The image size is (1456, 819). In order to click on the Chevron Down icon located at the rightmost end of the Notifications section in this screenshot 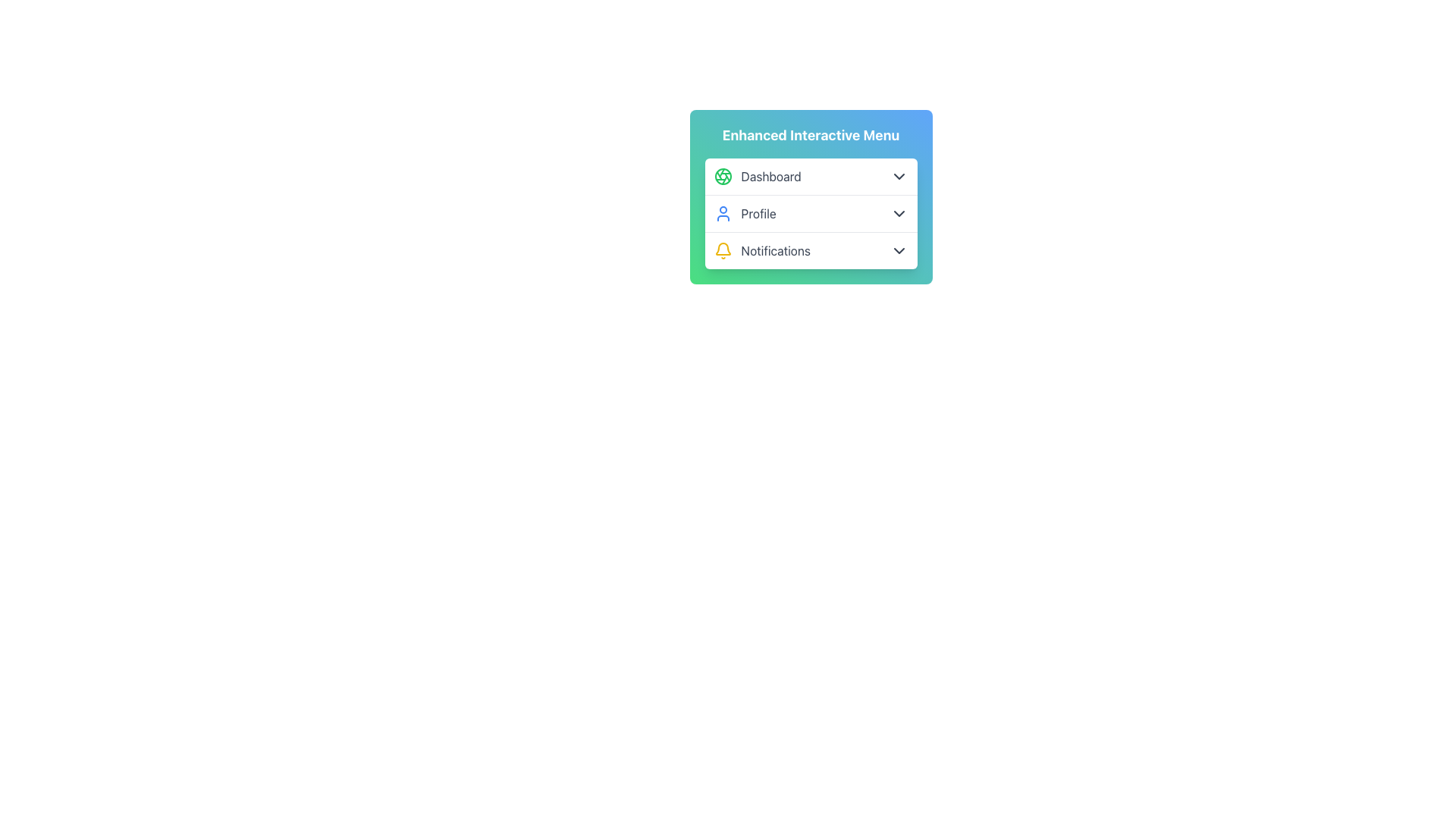, I will do `click(899, 250)`.